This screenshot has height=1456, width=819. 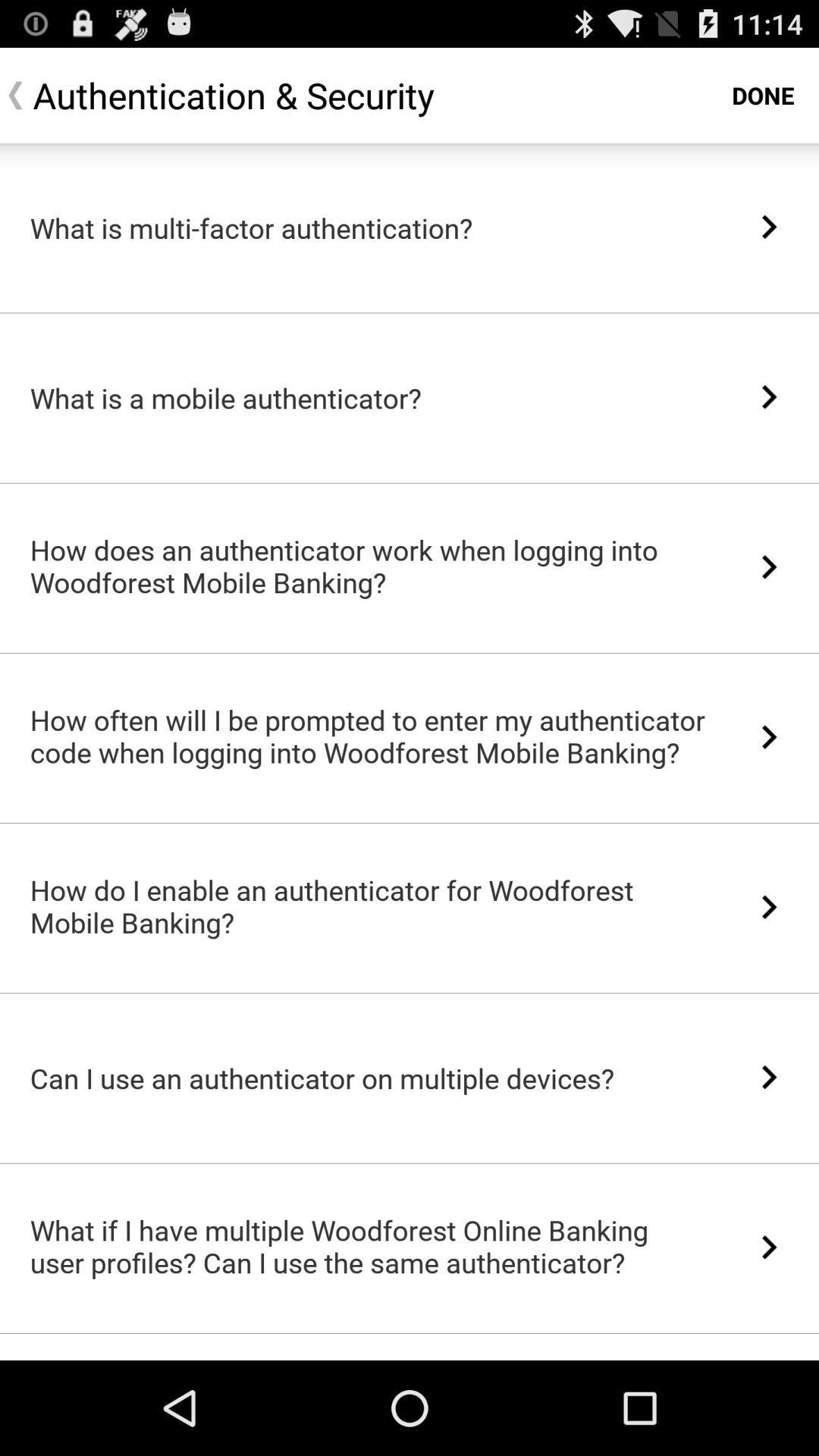 I want to click on icon next to what is a item, so click(x=769, y=397).